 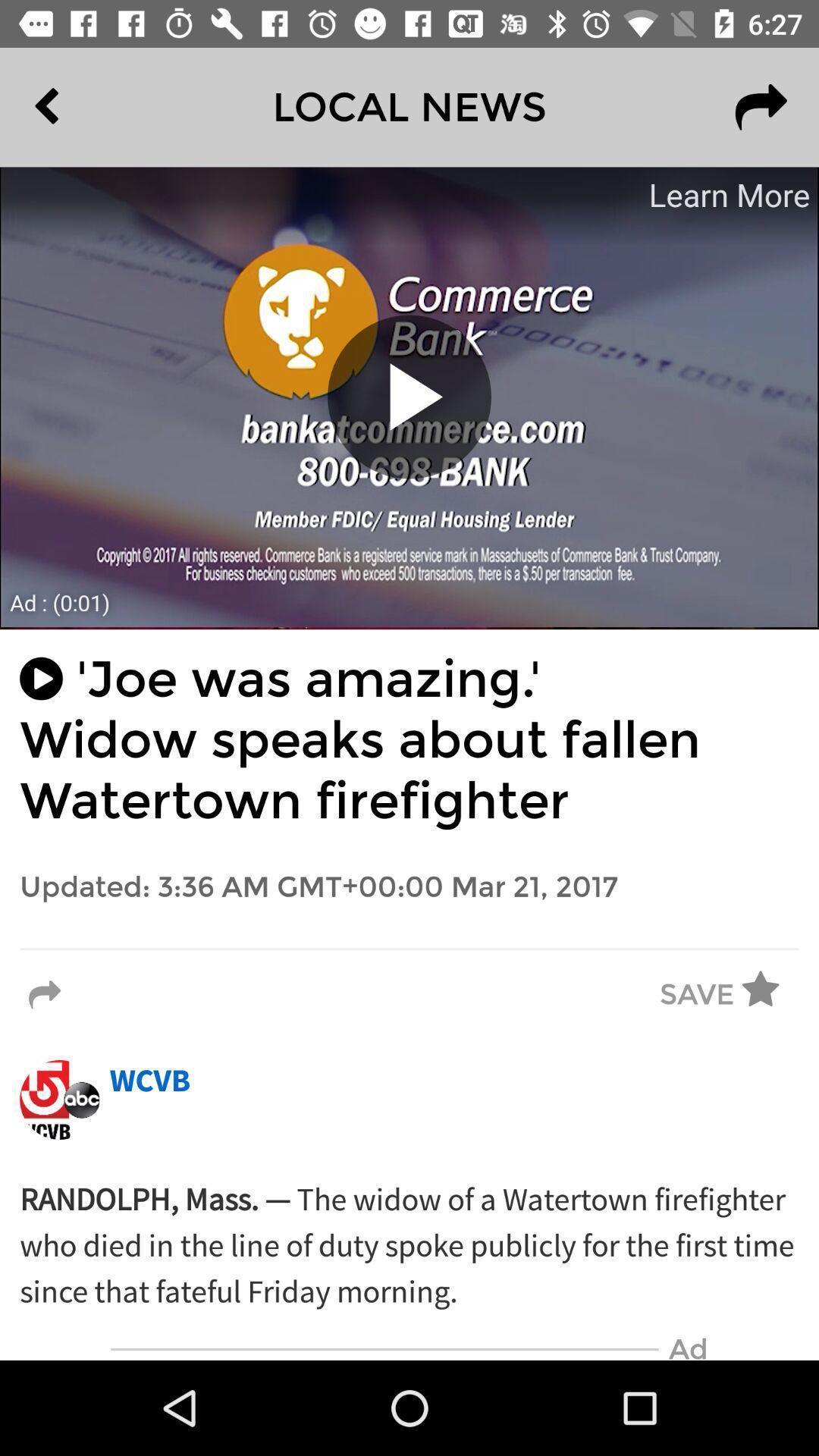 I want to click on advertising partner, so click(x=409, y=397).